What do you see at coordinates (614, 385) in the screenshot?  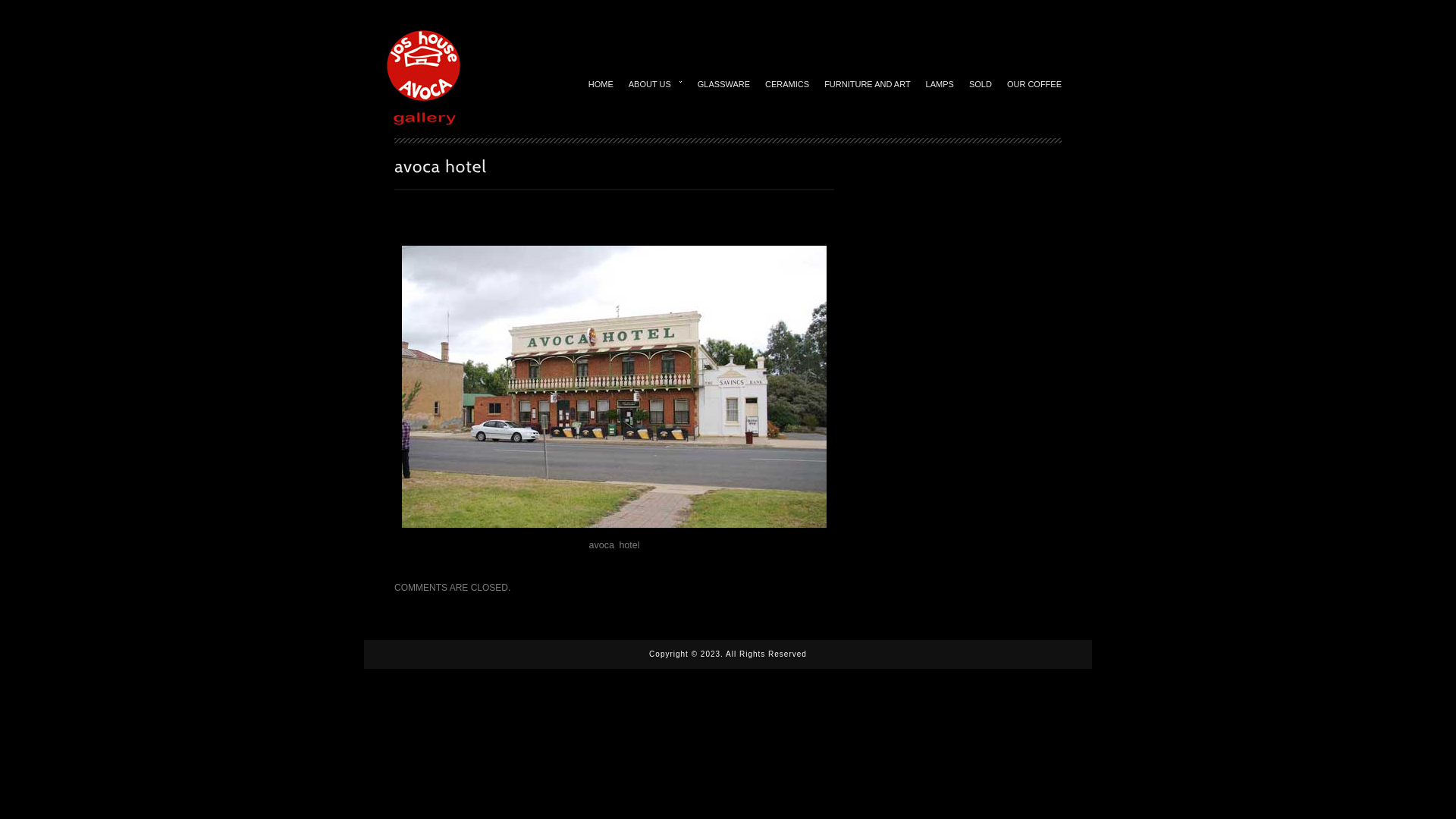 I see `'the local watering hole'` at bounding box center [614, 385].